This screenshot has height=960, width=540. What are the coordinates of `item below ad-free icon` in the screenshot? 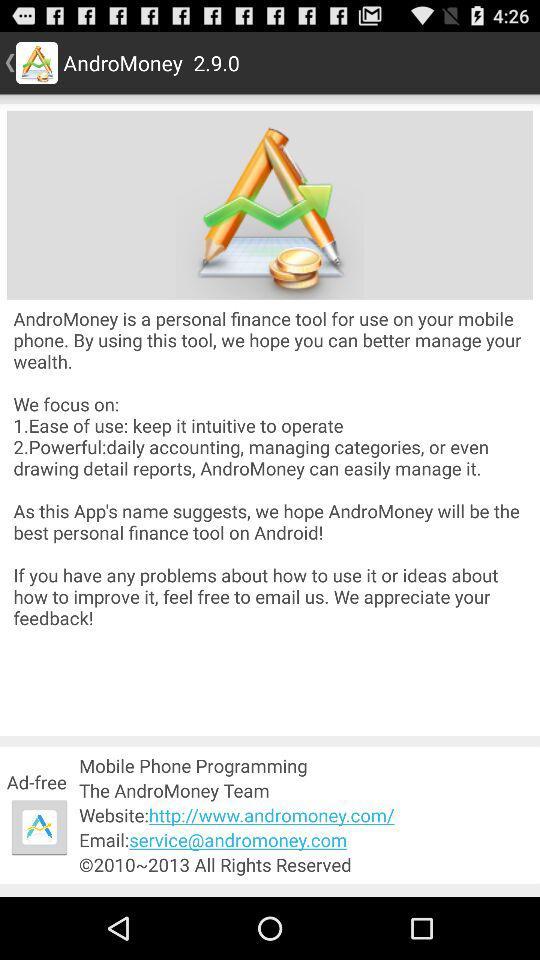 It's located at (39, 827).